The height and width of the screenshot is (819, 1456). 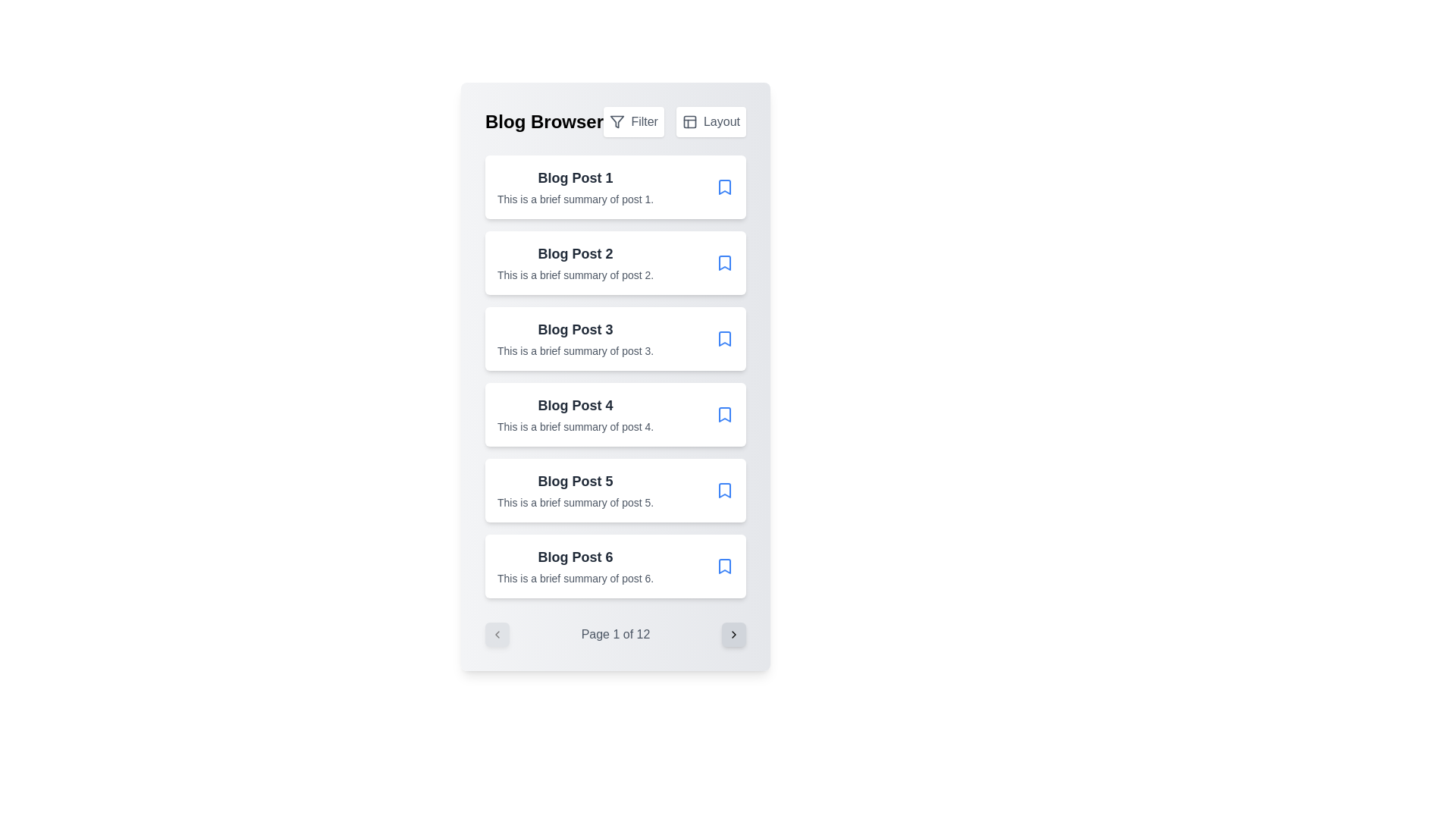 What do you see at coordinates (720, 121) in the screenshot?
I see `the 'Layout' text label in the top-right section of the interface, which is dark gray and aligned with other buttons` at bounding box center [720, 121].